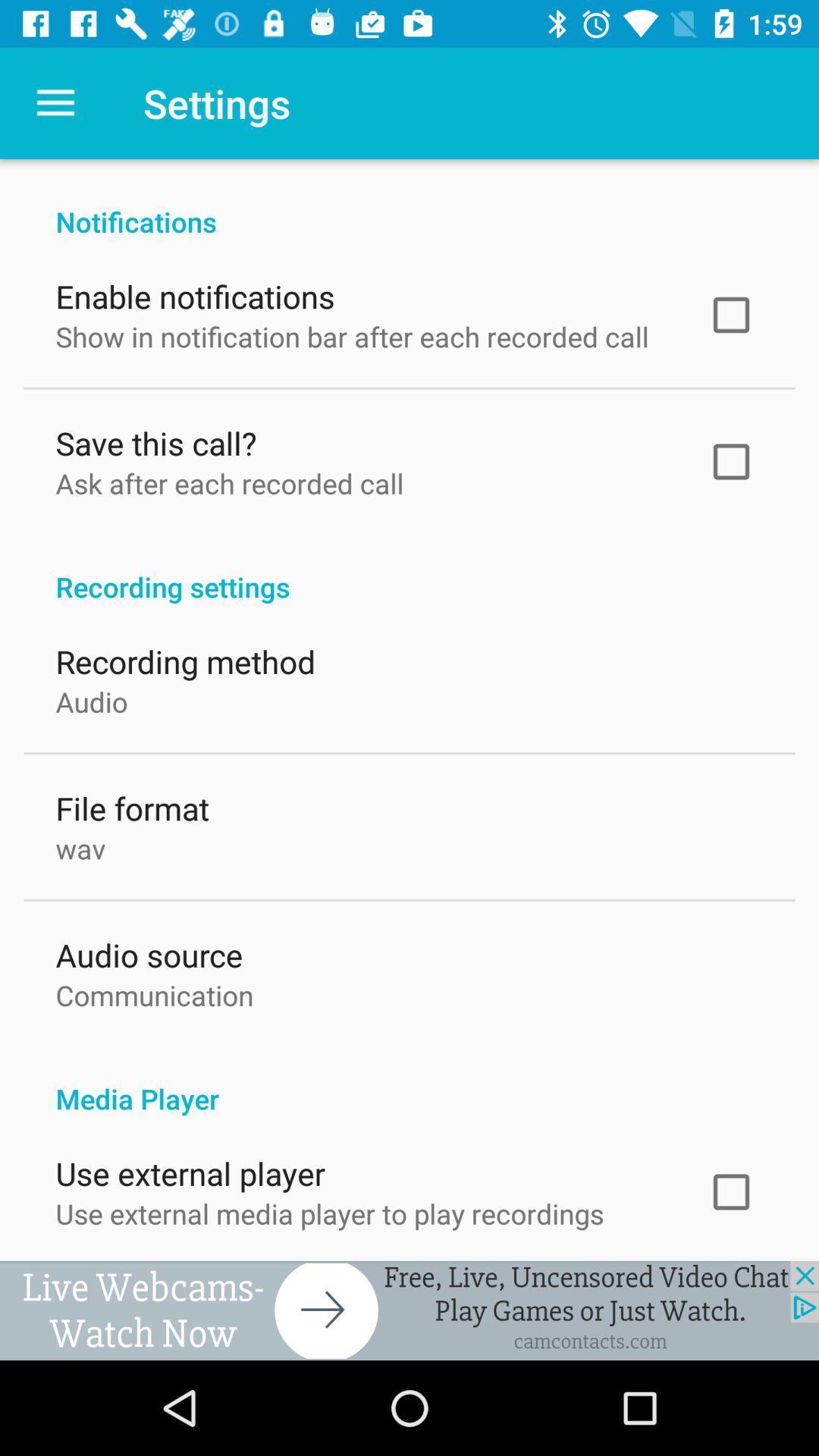  What do you see at coordinates (409, 1310) in the screenshot?
I see `advertisement link` at bounding box center [409, 1310].